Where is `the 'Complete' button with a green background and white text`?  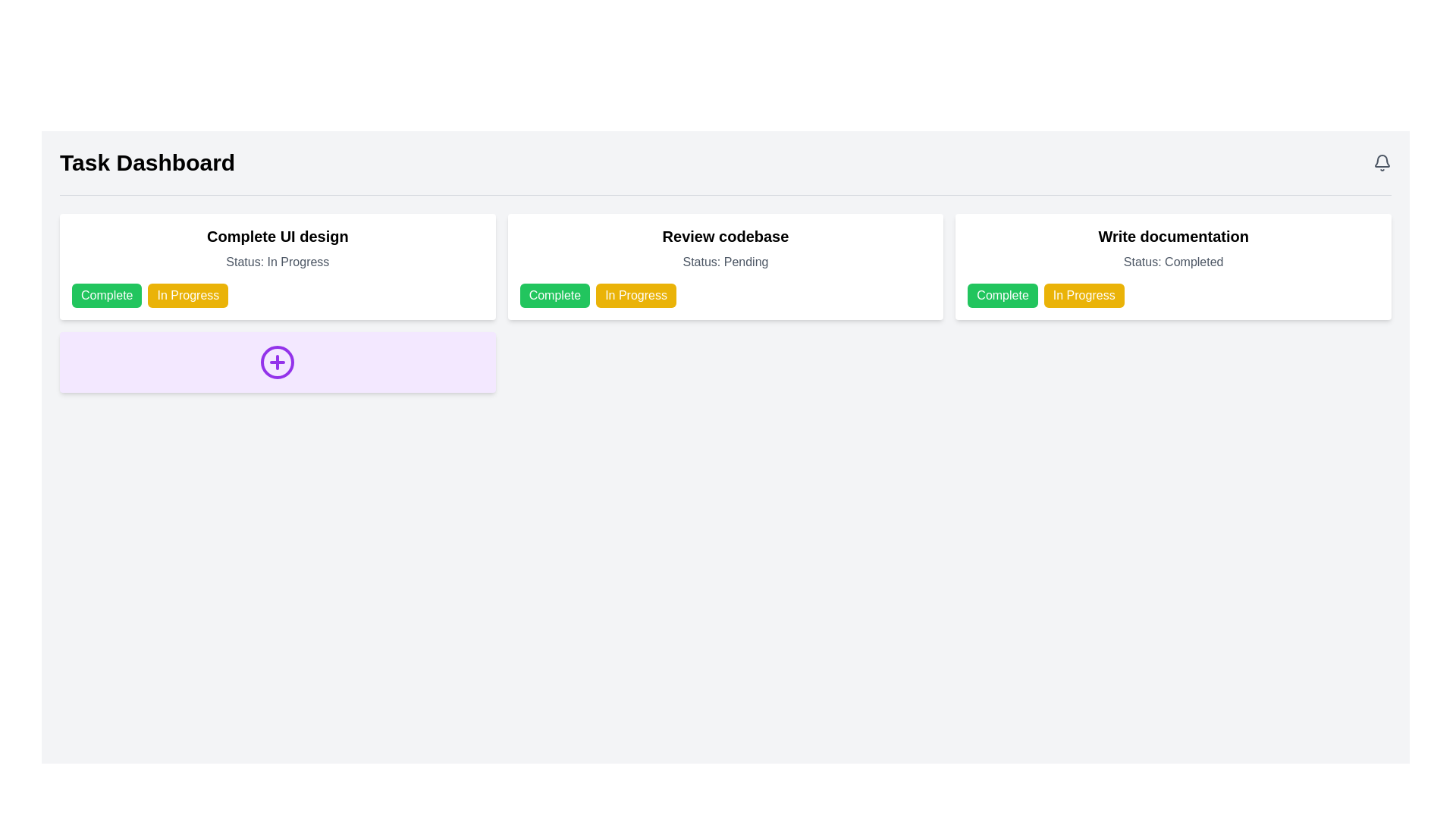 the 'Complete' button with a green background and white text is located at coordinates (106, 295).